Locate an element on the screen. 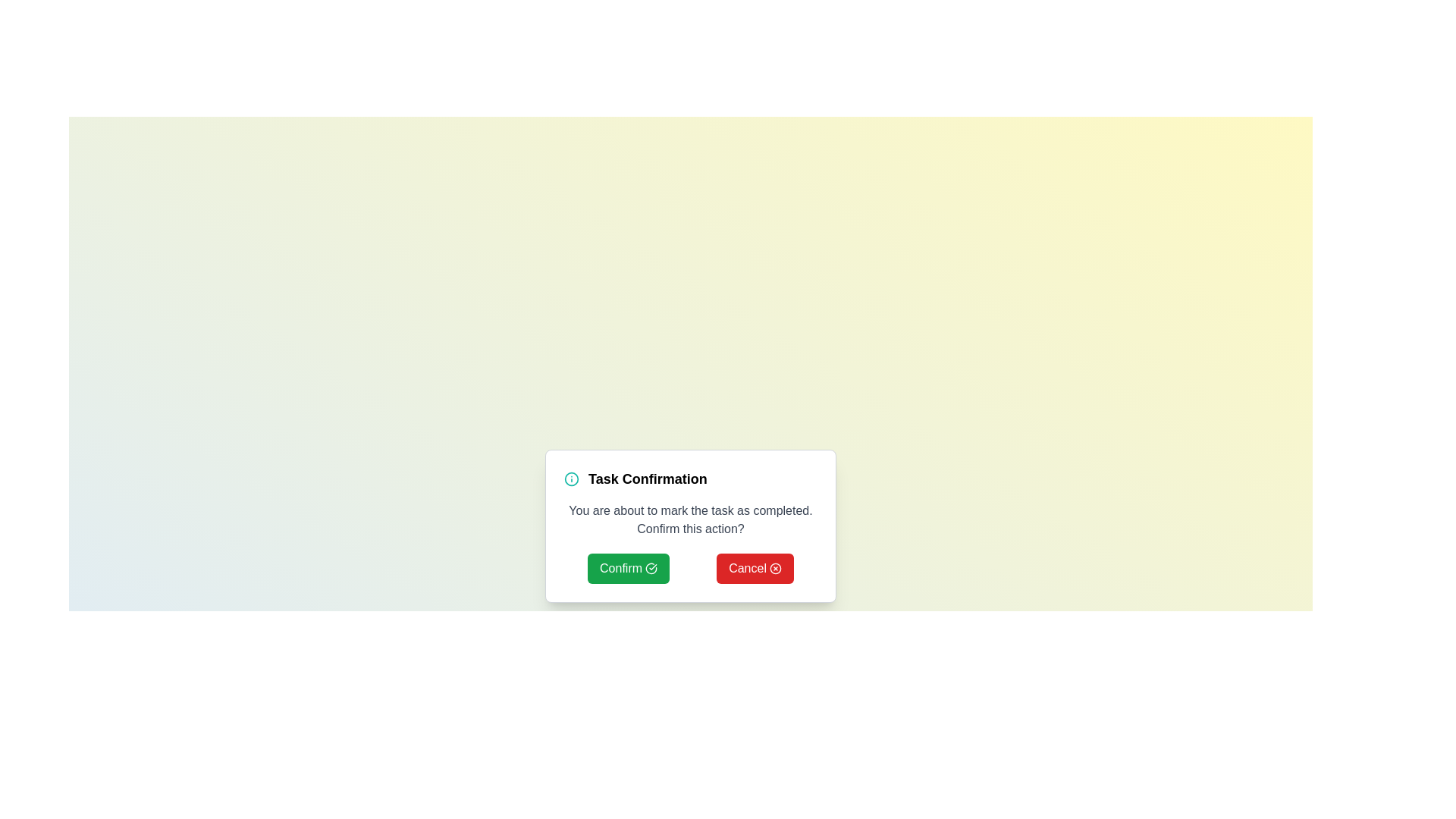 The image size is (1456, 819). the 'Cancel' button is located at coordinates (755, 568).